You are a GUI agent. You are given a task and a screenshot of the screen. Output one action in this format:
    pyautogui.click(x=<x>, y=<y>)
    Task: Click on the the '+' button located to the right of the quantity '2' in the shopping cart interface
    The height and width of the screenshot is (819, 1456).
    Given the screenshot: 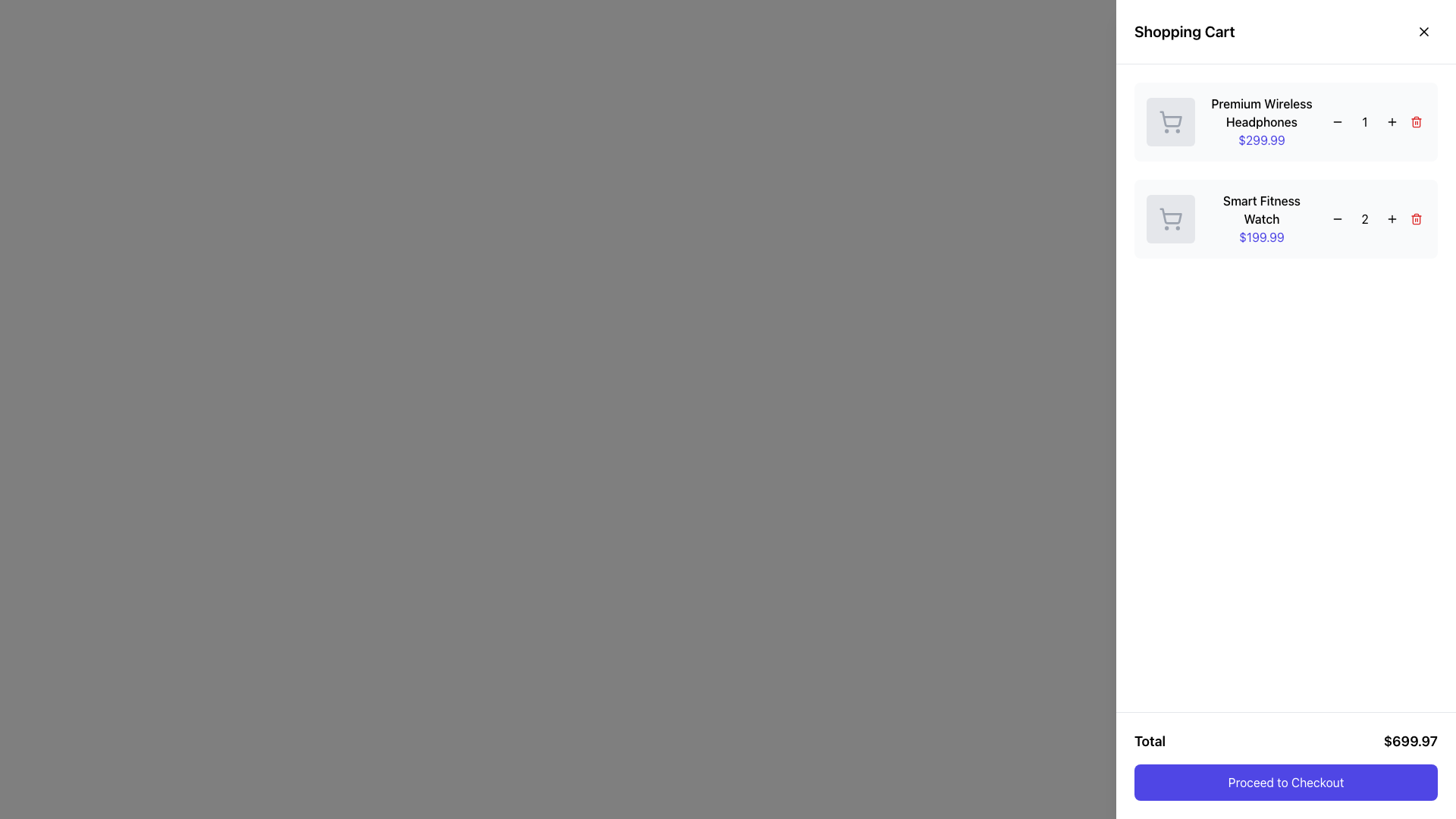 What is the action you would take?
    pyautogui.click(x=1392, y=219)
    